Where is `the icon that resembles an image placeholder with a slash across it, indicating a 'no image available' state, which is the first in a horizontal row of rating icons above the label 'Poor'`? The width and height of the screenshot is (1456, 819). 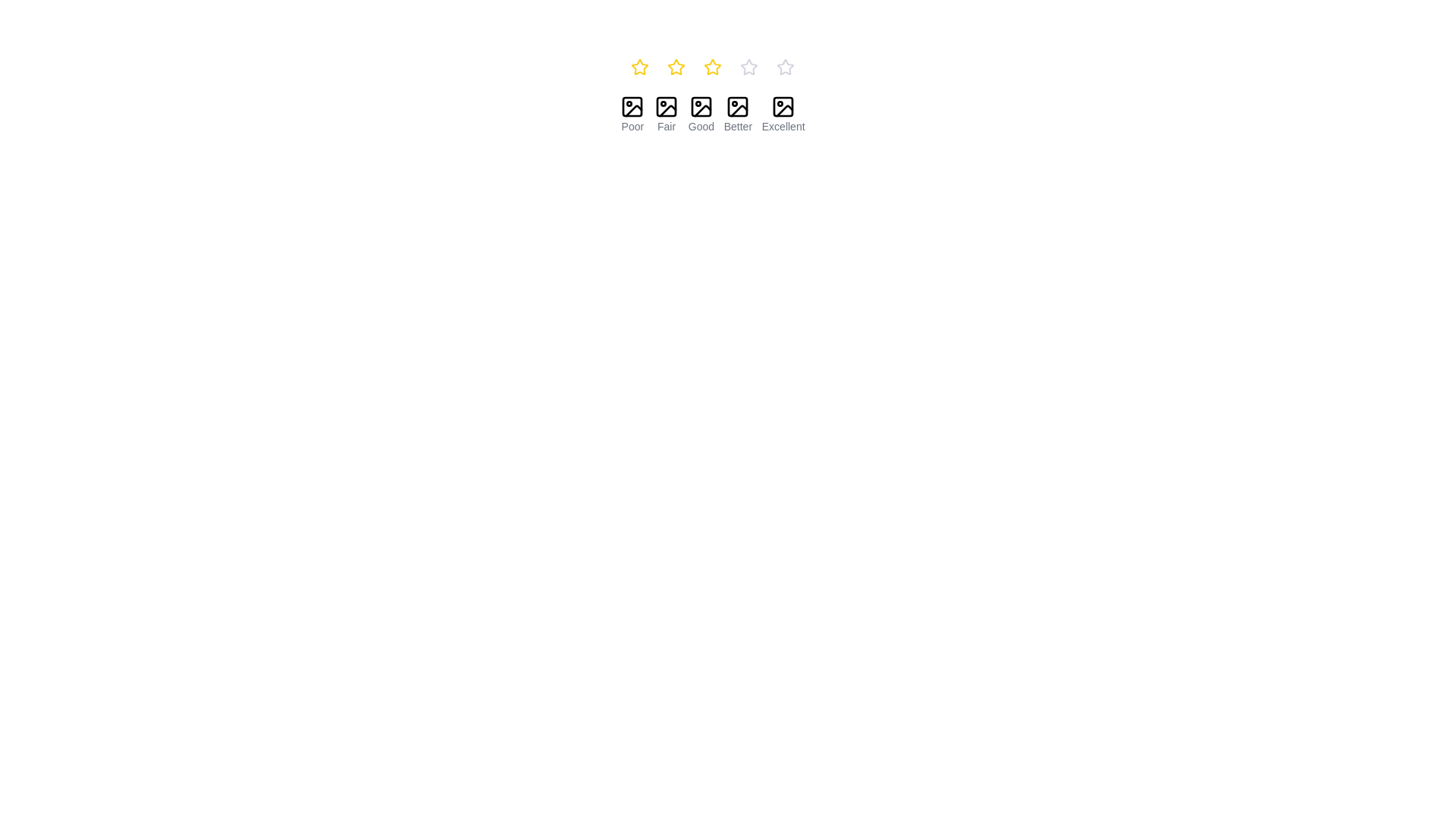
the icon that resembles an image placeholder with a slash across it, indicating a 'no image available' state, which is the first in a horizontal row of rating icons above the label 'Poor' is located at coordinates (632, 106).